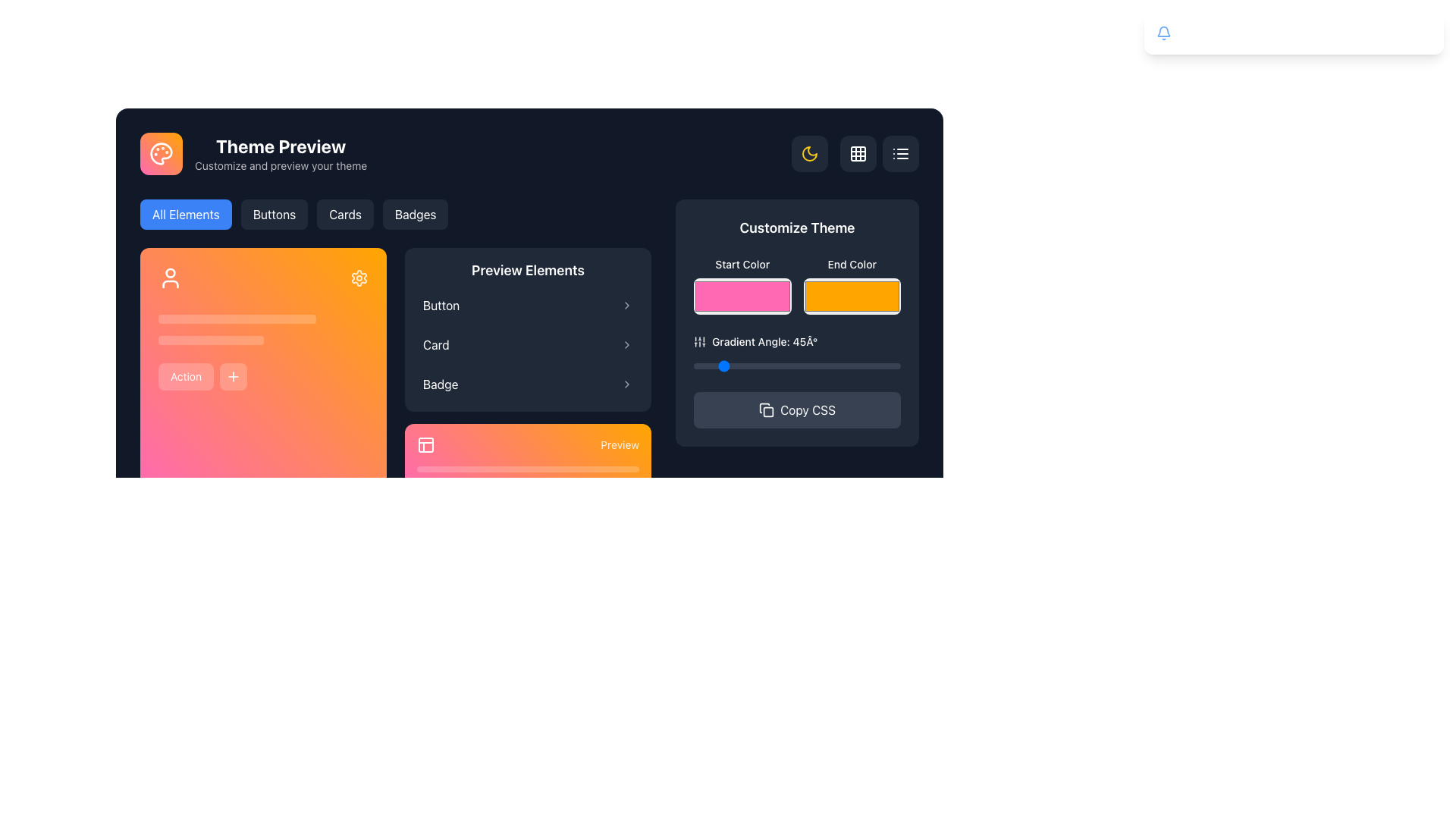  I want to click on the 'Copy CSS' button with a dark gray background and rounded corners, located in the 'Customize Theme' section, so click(807, 409).